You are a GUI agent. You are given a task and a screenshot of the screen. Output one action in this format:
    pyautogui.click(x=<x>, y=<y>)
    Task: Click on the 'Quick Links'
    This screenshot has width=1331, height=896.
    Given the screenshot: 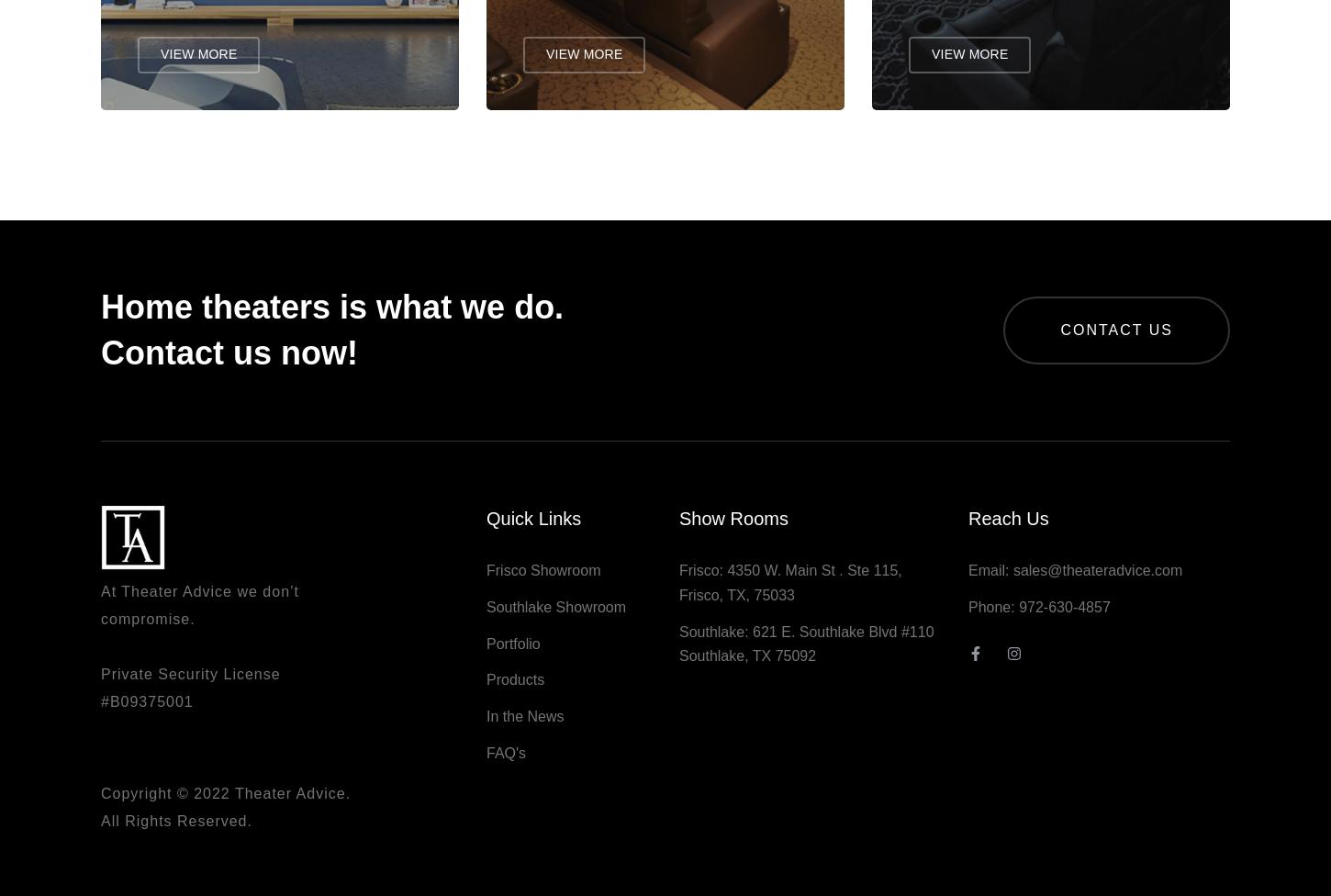 What is the action you would take?
    pyautogui.click(x=486, y=527)
    